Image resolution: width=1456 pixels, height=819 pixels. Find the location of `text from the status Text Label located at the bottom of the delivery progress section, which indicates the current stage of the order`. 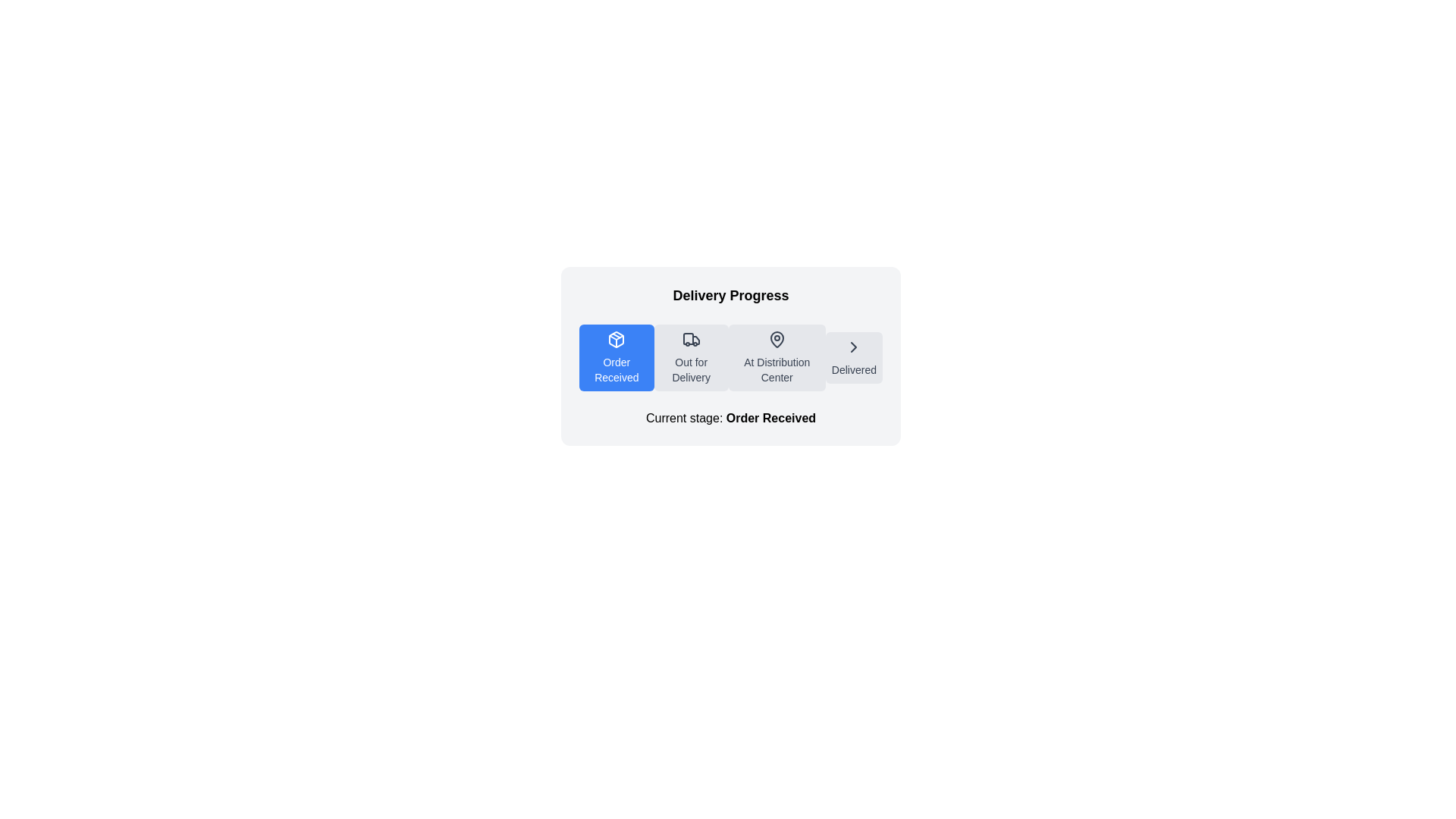

text from the status Text Label located at the bottom of the delivery progress section, which indicates the current stage of the order is located at coordinates (731, 418).